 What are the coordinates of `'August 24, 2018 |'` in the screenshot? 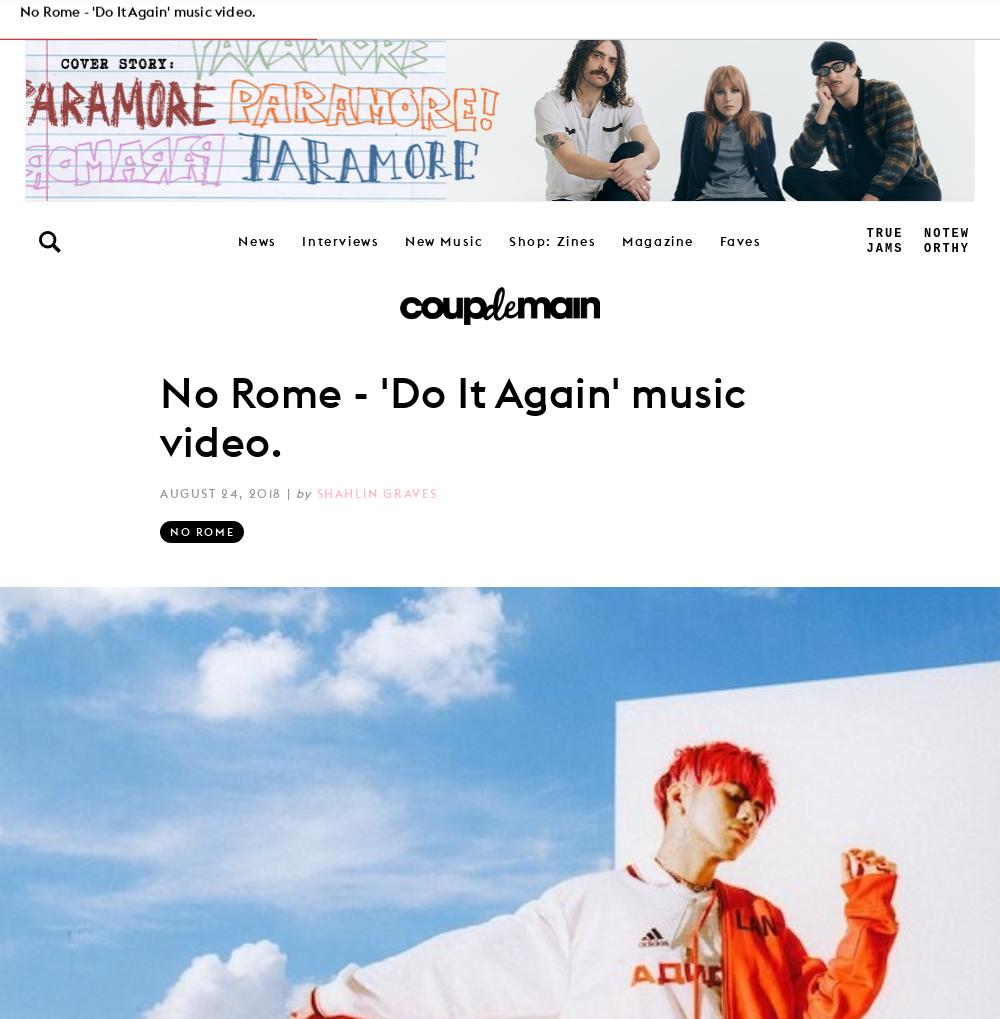 It's located at (226, 491).